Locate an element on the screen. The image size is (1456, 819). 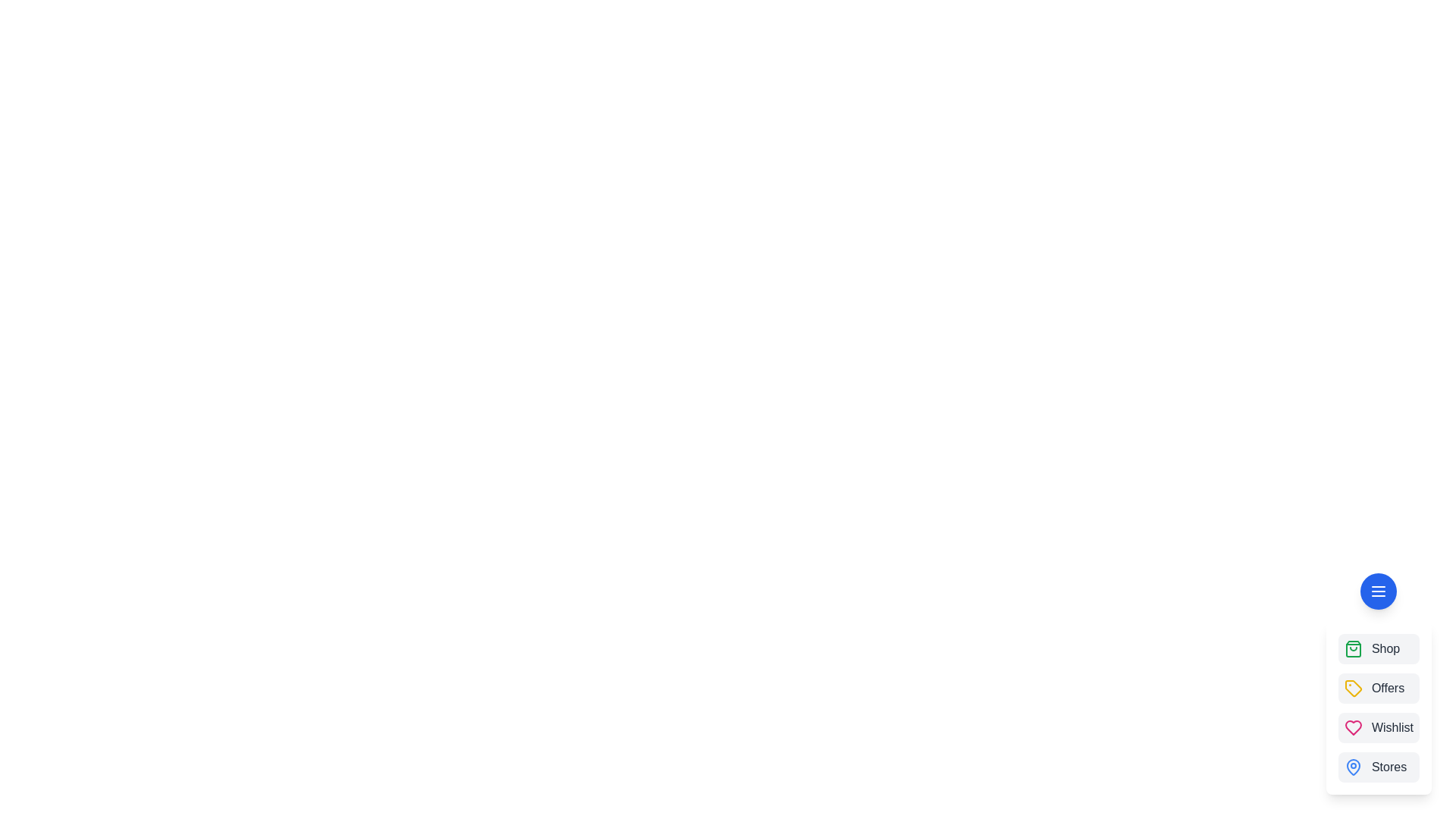
the 'Wishlist' button is located at coordinates (1379, 727).